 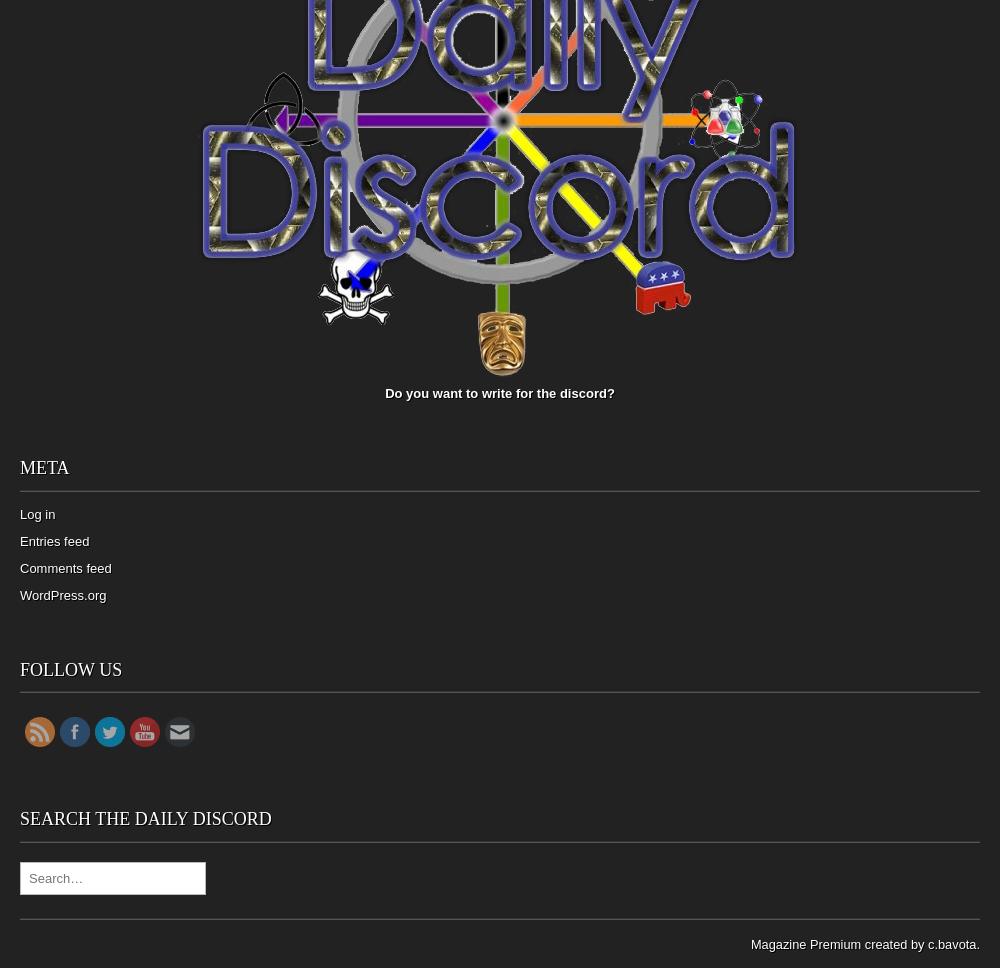 I want to click on 'Entries feed', so click(x=54, y=539).